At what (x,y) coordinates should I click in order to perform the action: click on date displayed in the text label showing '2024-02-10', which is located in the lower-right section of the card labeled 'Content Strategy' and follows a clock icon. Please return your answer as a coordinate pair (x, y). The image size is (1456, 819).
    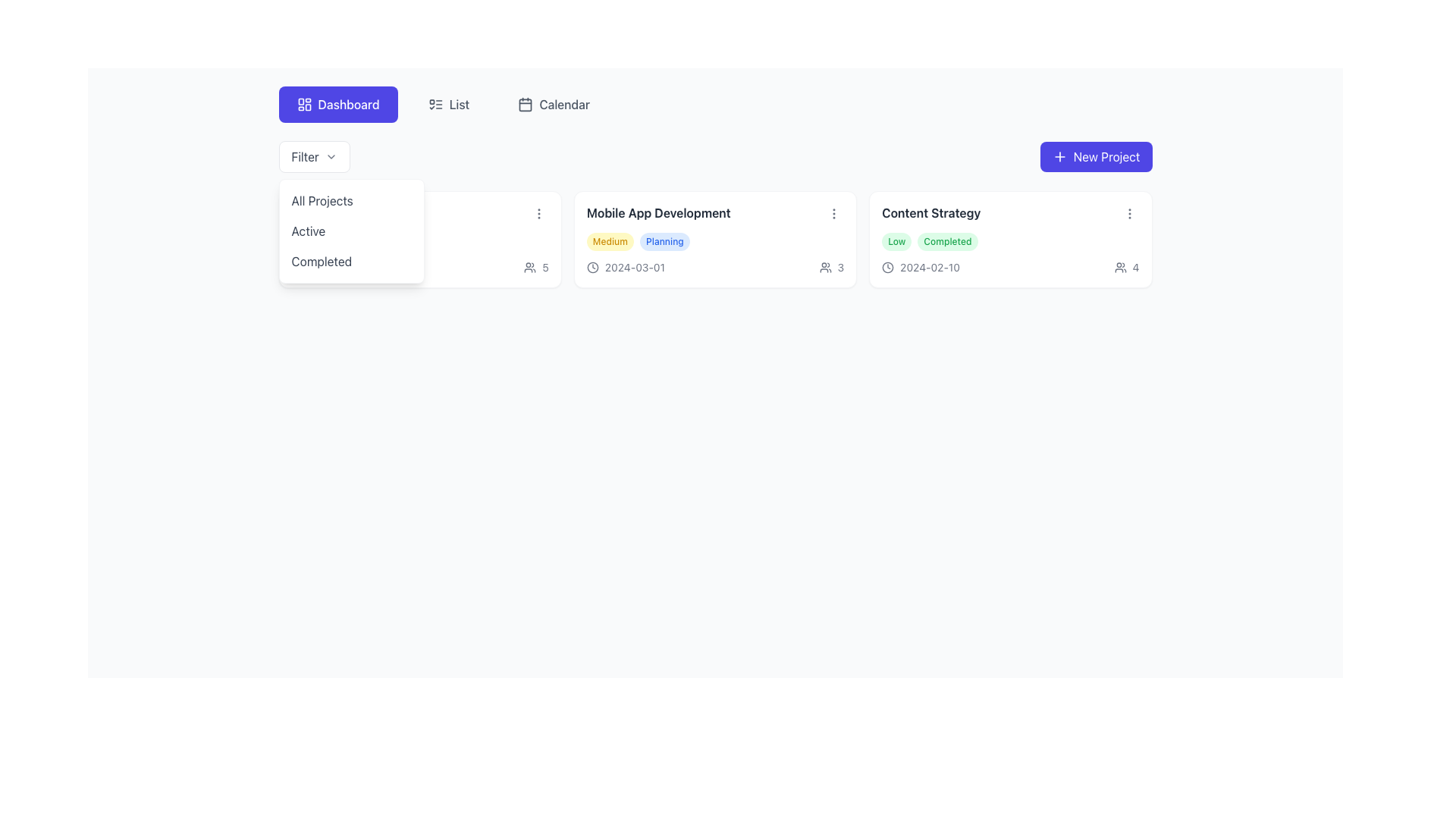
    Looking at the image, I should click on (929, 267).